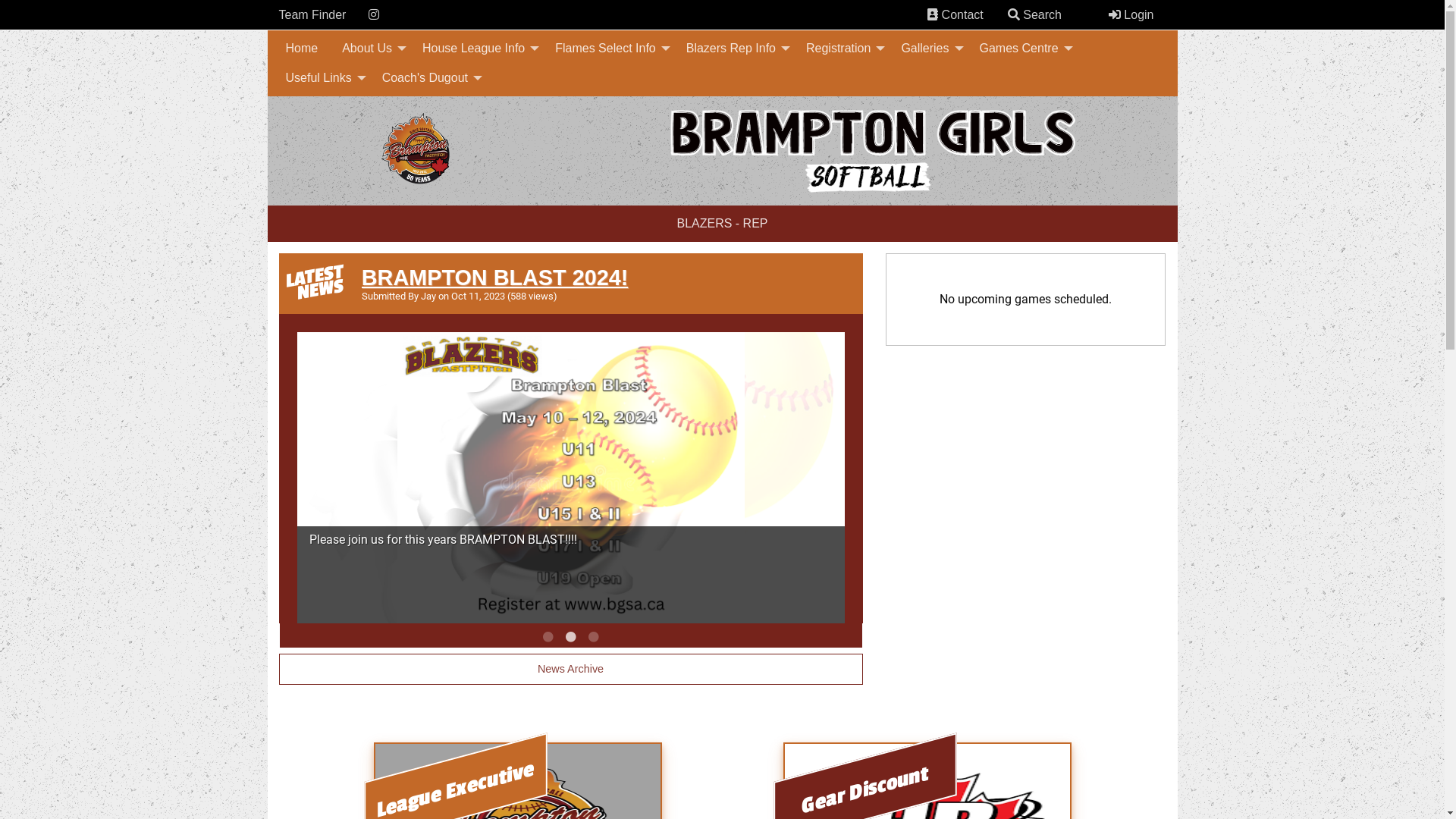 This screenshot has width=1456, height=819. I want to click on 'Home', so click(301, 48).